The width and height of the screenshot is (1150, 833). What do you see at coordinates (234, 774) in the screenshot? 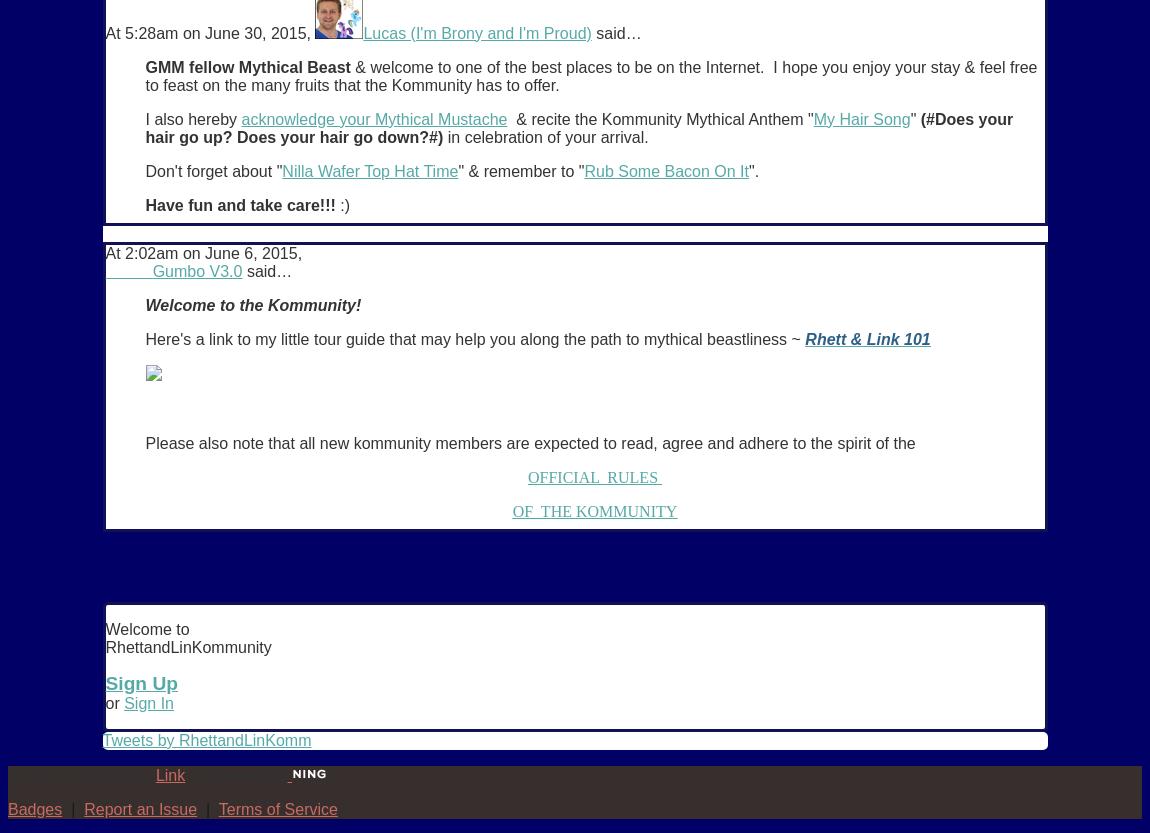
I see `'.             
    Powered by'` at bounding box center [234, 774].